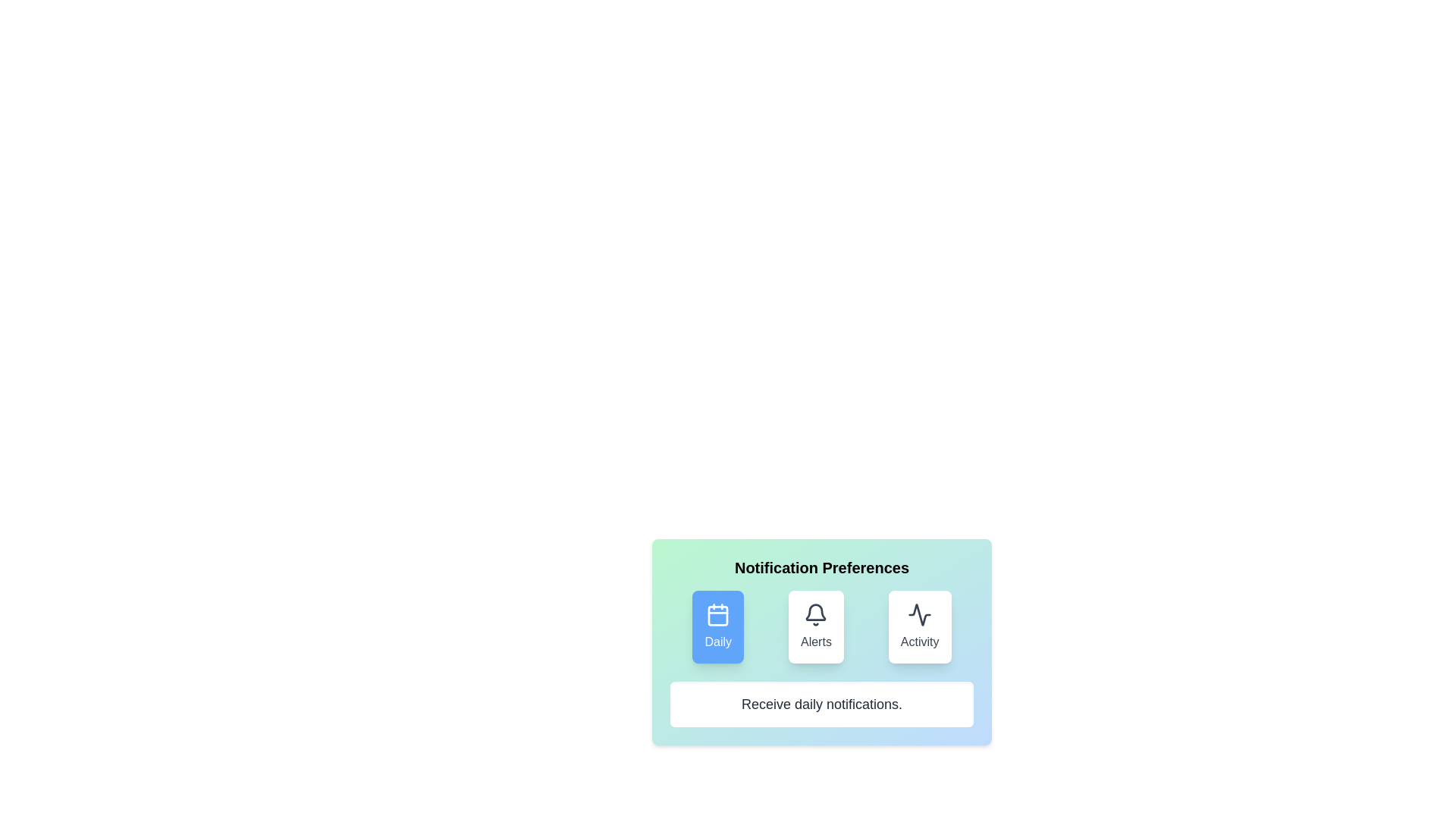  Describe the element at coordinates (717, 626) in the screenshot. I see `the Daily button to change the notification type` at that location.